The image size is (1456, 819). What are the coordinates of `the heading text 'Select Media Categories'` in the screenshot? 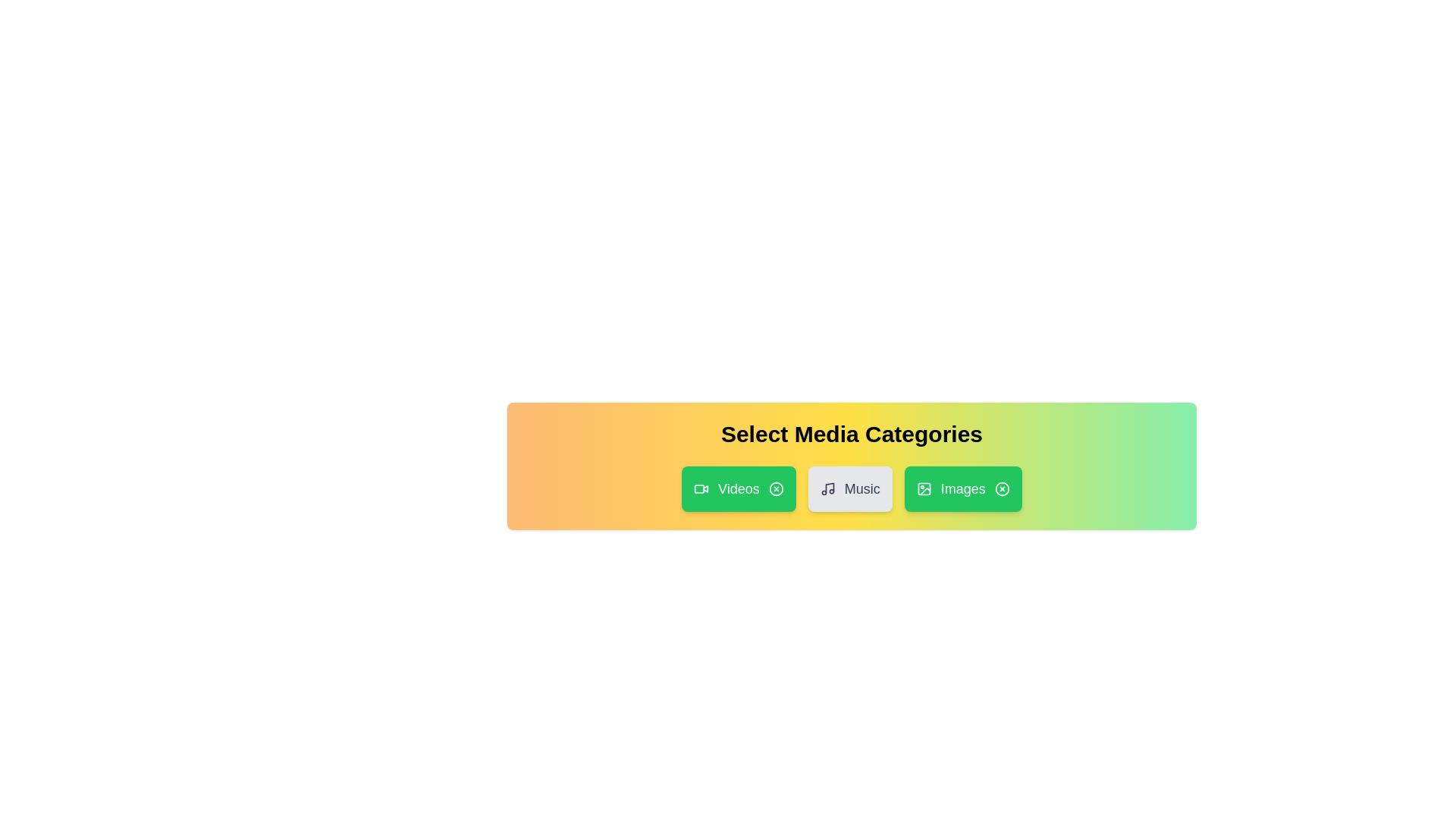 It's located at (852, 435).